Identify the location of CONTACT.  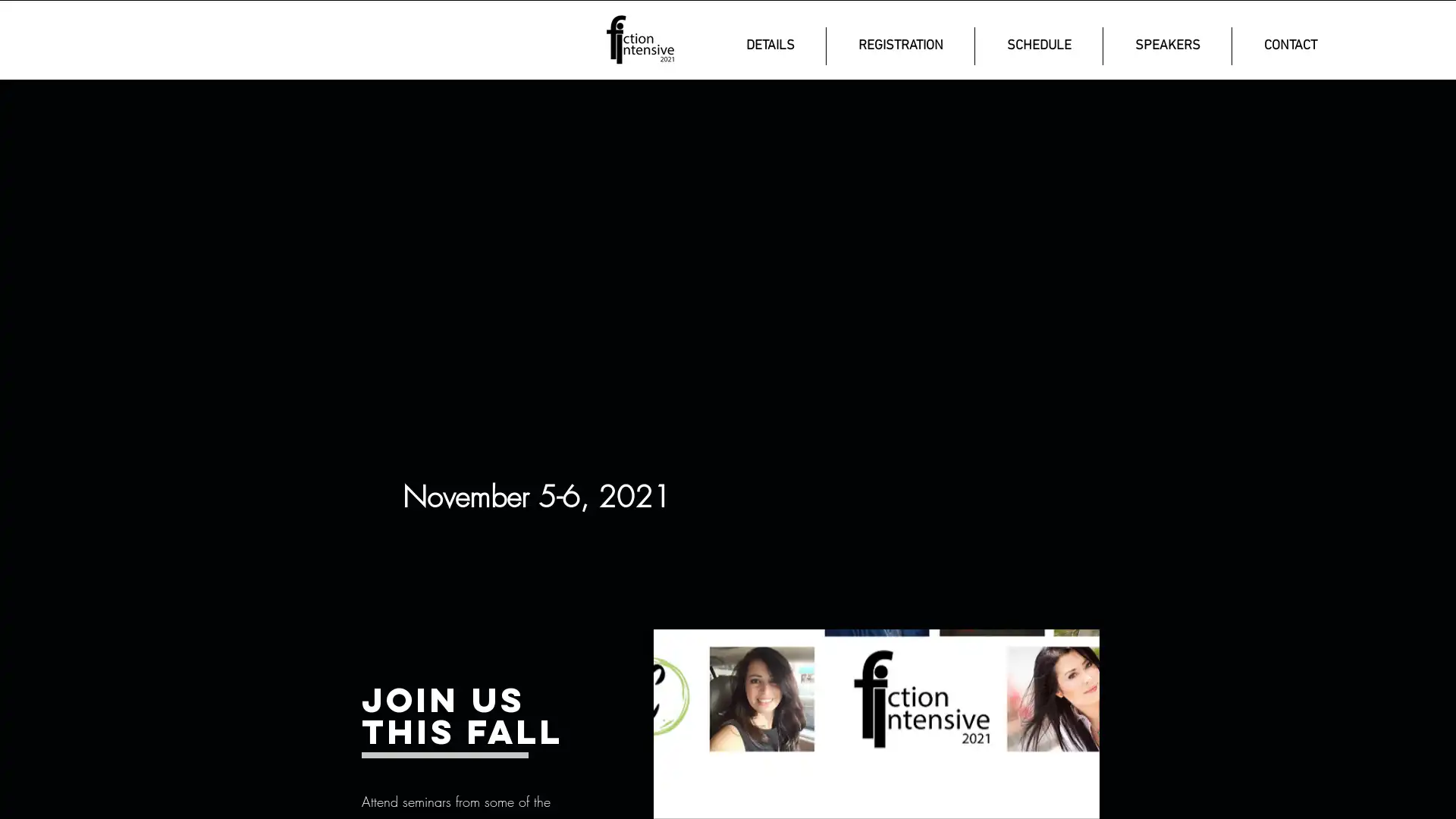
(1289, 45).